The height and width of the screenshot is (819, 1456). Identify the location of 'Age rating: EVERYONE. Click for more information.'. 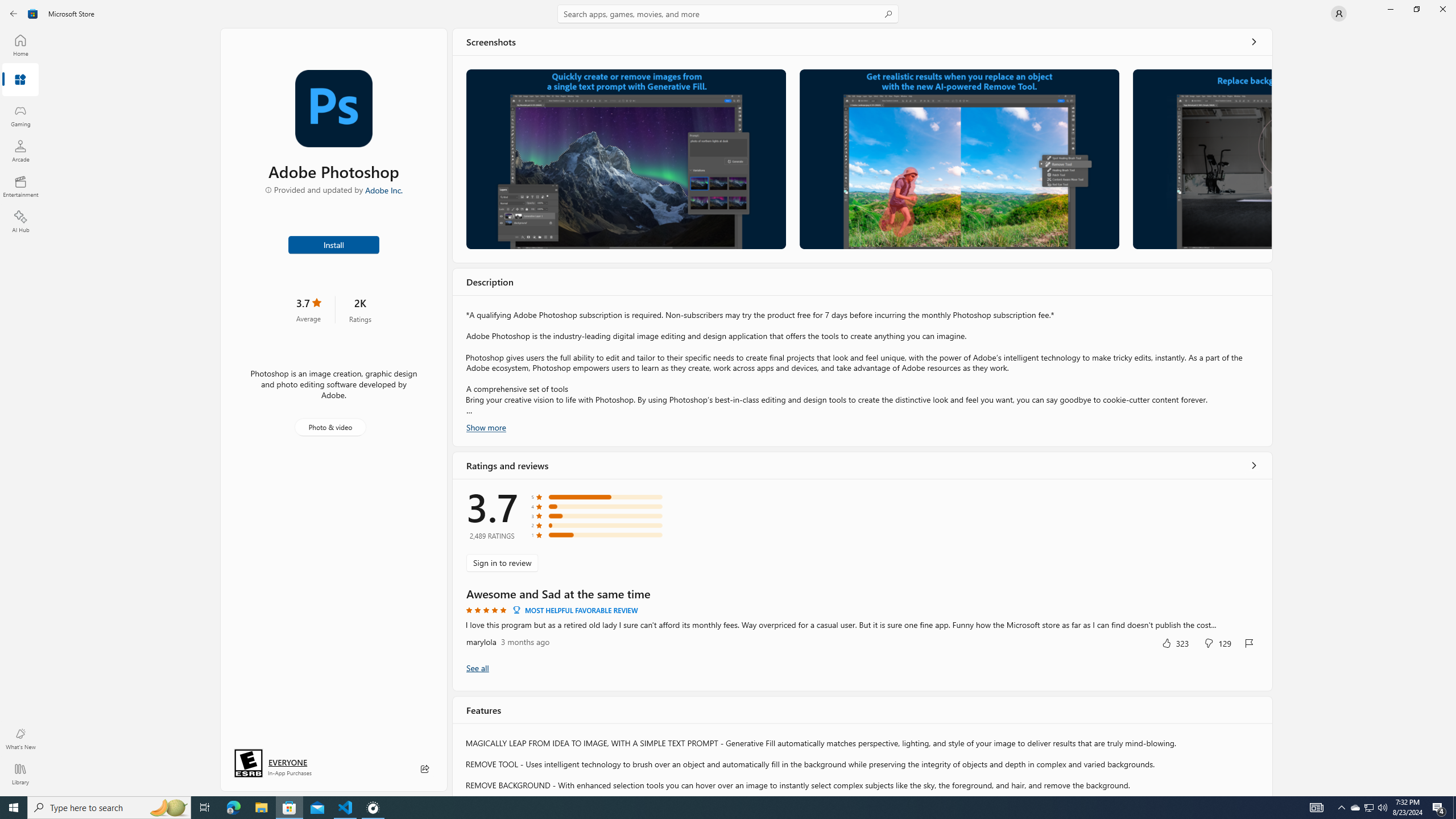
(287, 762).